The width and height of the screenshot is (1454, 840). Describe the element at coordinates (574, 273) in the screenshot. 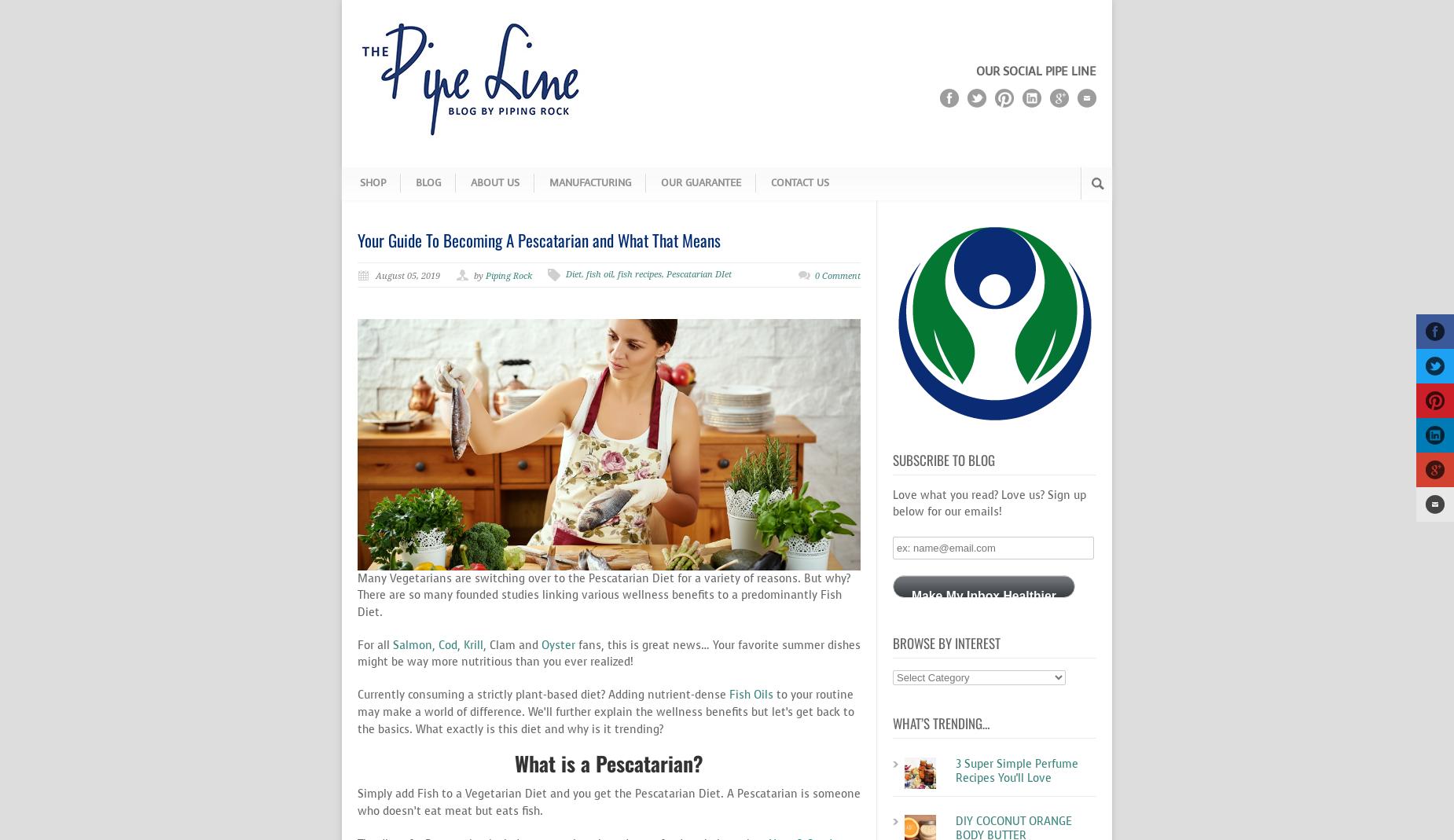

I see `'Diet'` at that location.